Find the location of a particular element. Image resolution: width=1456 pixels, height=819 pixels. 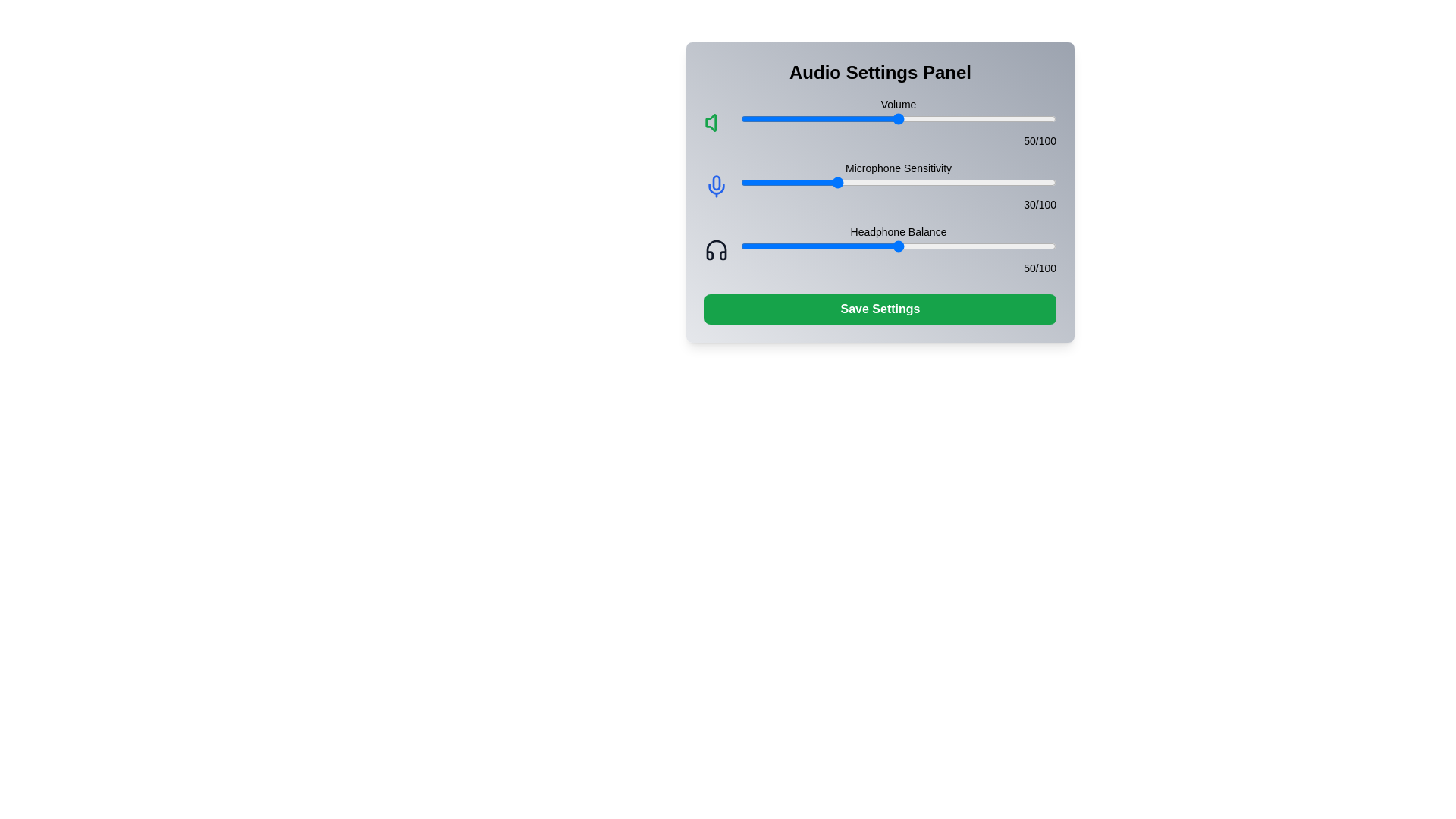

microphone sensitivity is located at coordinates (841, 181).